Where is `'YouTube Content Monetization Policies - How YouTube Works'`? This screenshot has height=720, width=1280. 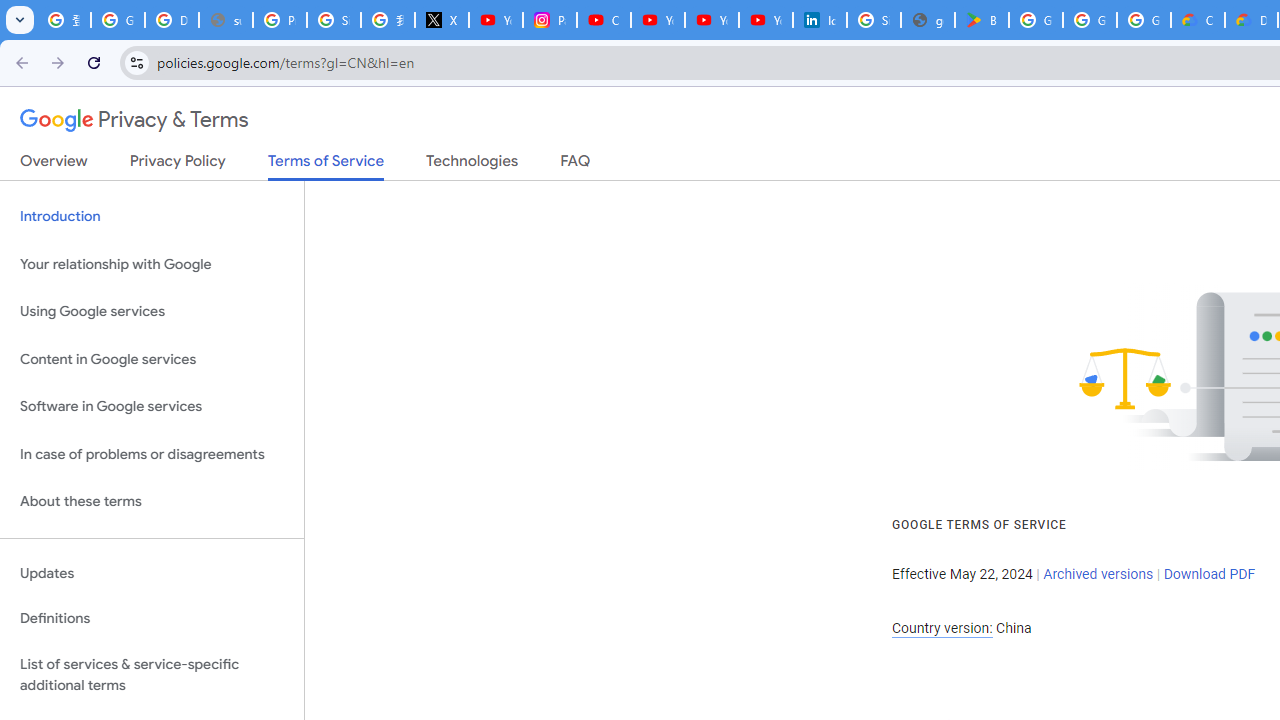
'YouTube Content Monetization Policies - How YouTube Works' is located at coordinates (496, 20).